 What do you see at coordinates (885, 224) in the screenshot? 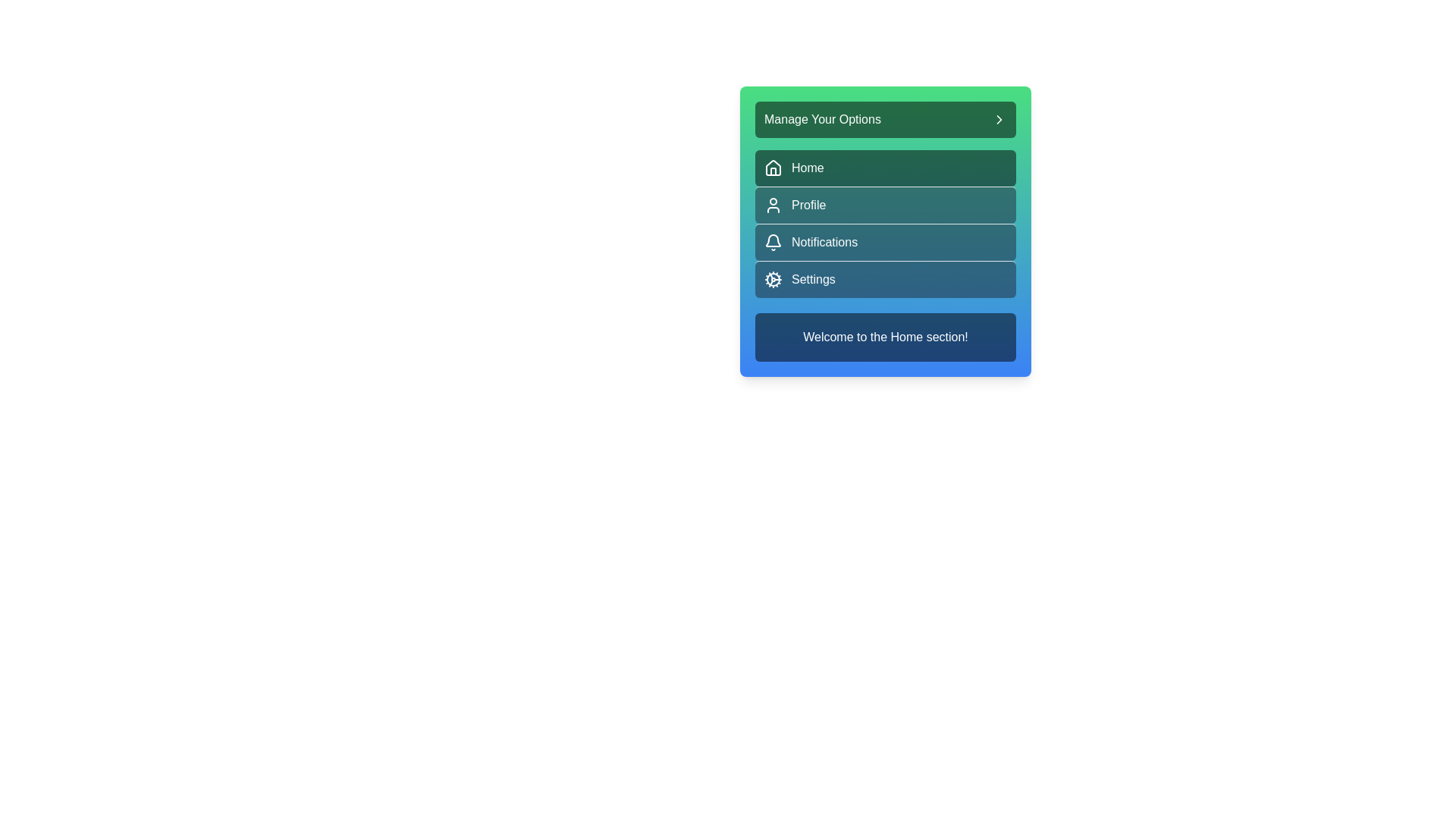
I see `the 'Profile' menu item, which is the second item in the vertical menu` at bounding box center [885, 224].